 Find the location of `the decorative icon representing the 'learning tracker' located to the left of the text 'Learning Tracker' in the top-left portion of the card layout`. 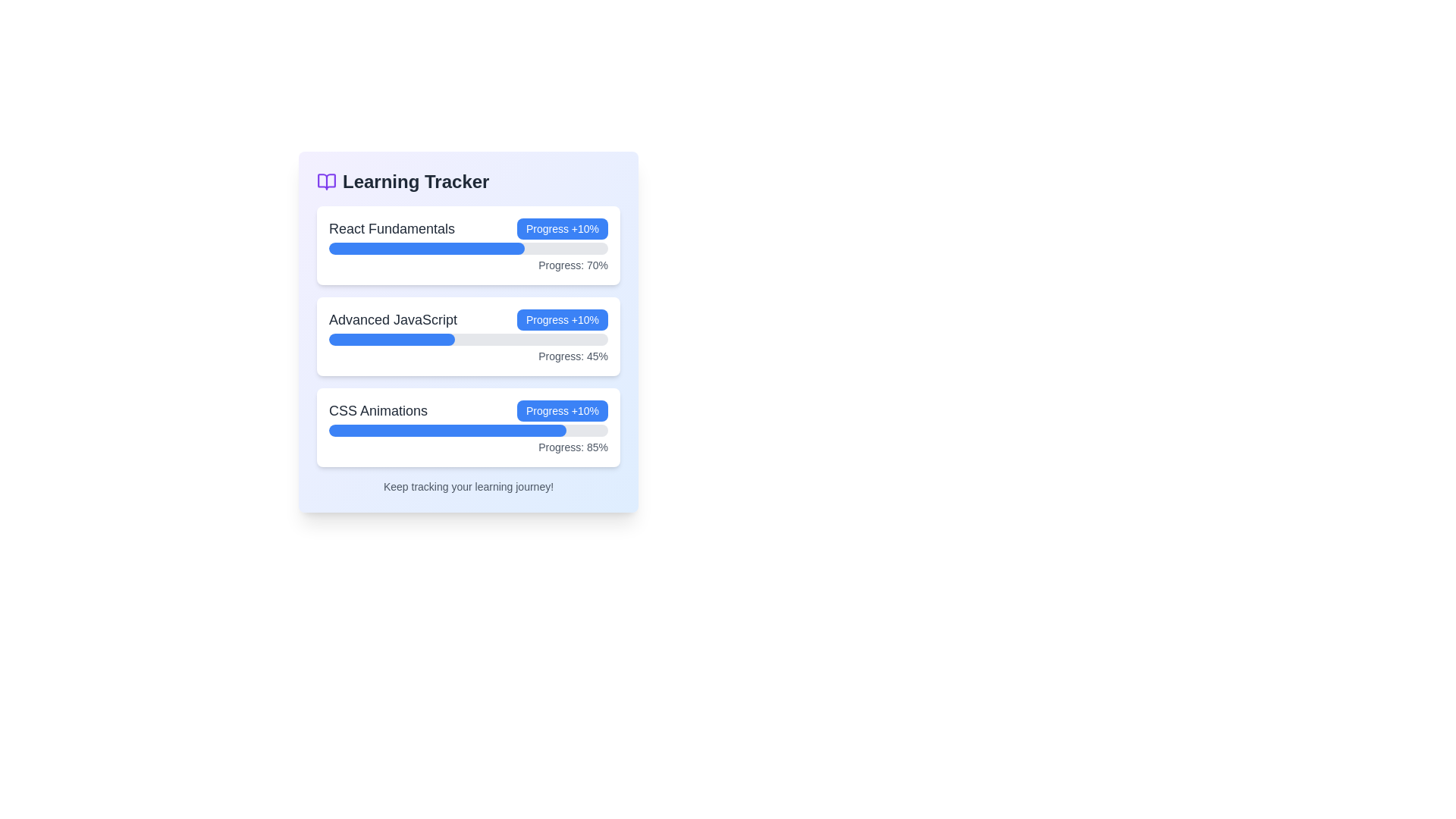

the decorative icon representing the 'learning tracker' located to the left of the text 'Learning Tracker' in the top-left portion of the card layout is located at coordinates (326, 180).